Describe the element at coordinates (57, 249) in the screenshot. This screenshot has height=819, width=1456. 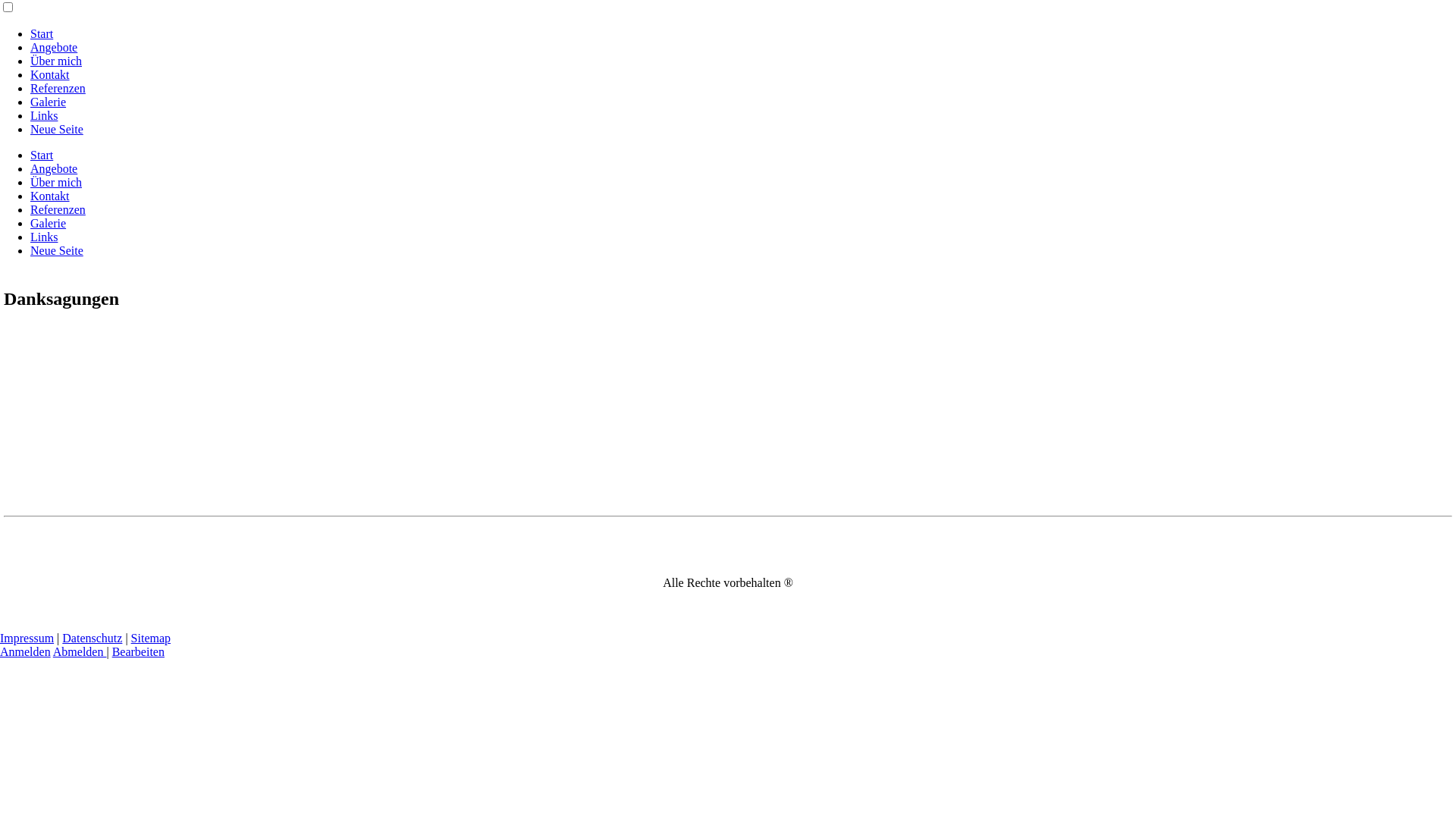
I see `'Neue Seite'` at that location.